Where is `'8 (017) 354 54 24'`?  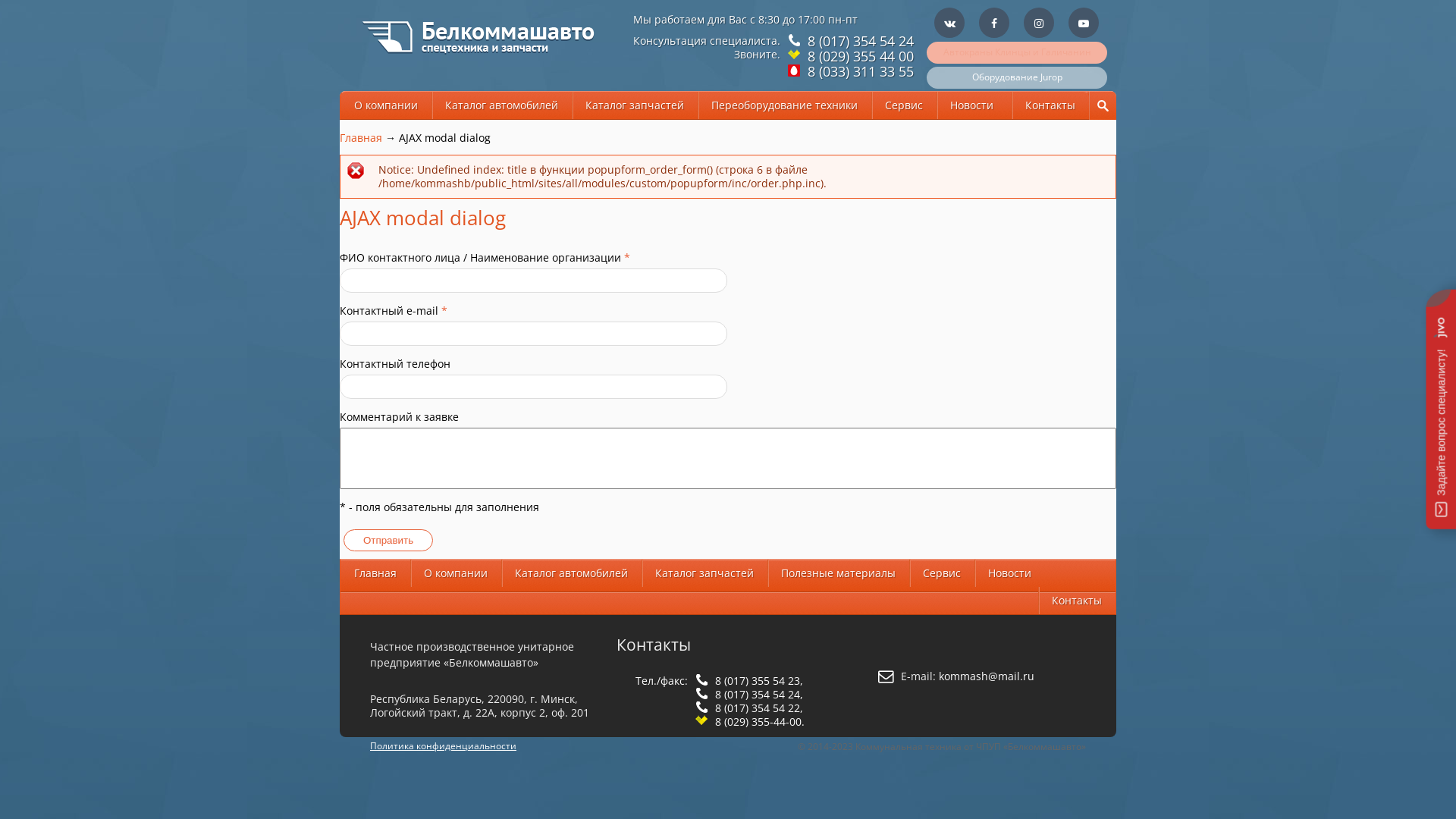
'8 (017) 354 54 24' is located at coordinates (803, 40).